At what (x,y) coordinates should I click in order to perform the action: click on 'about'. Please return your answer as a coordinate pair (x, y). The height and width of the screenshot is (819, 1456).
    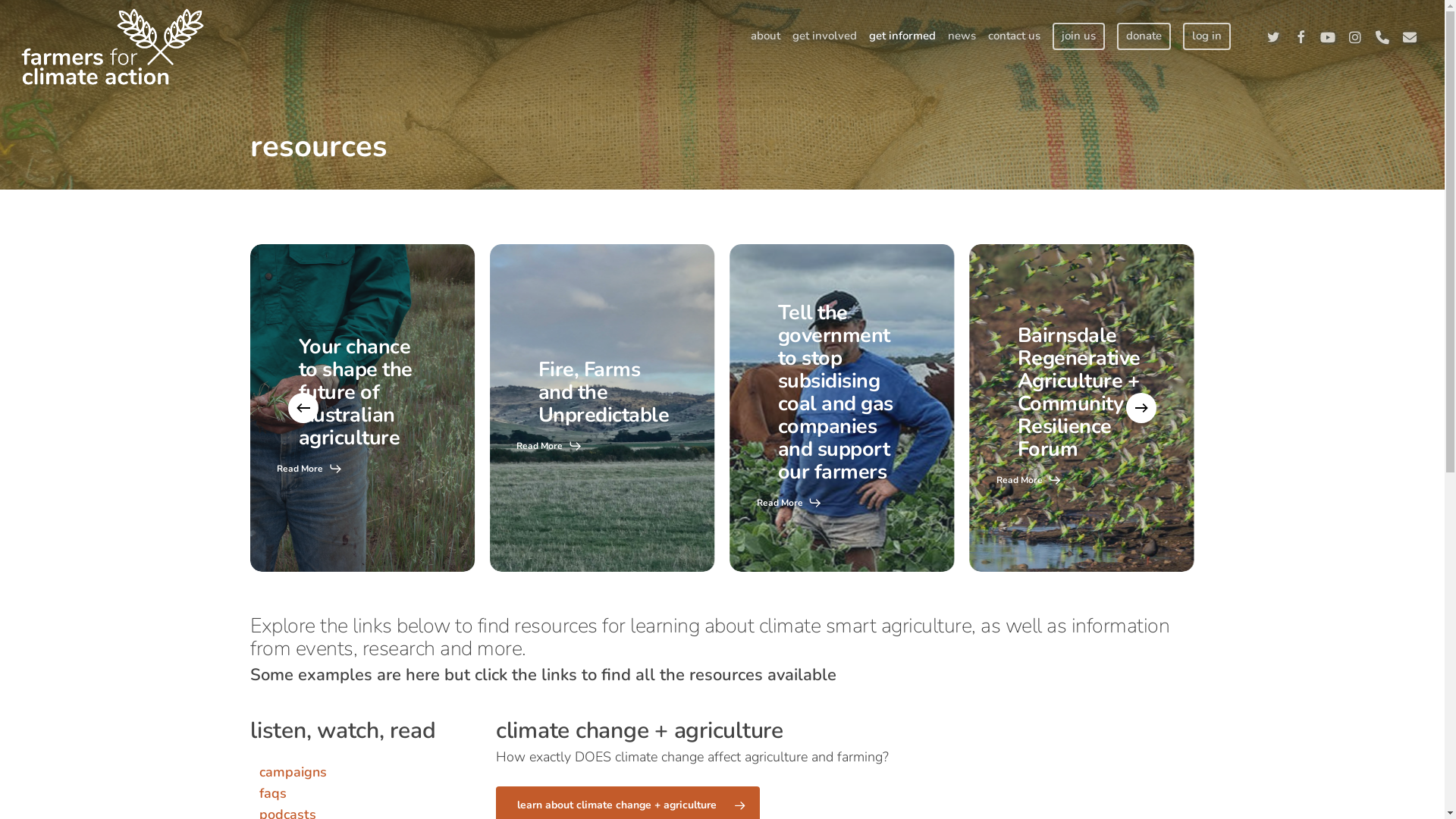
    Looking at the image, I should click on (765, 35).